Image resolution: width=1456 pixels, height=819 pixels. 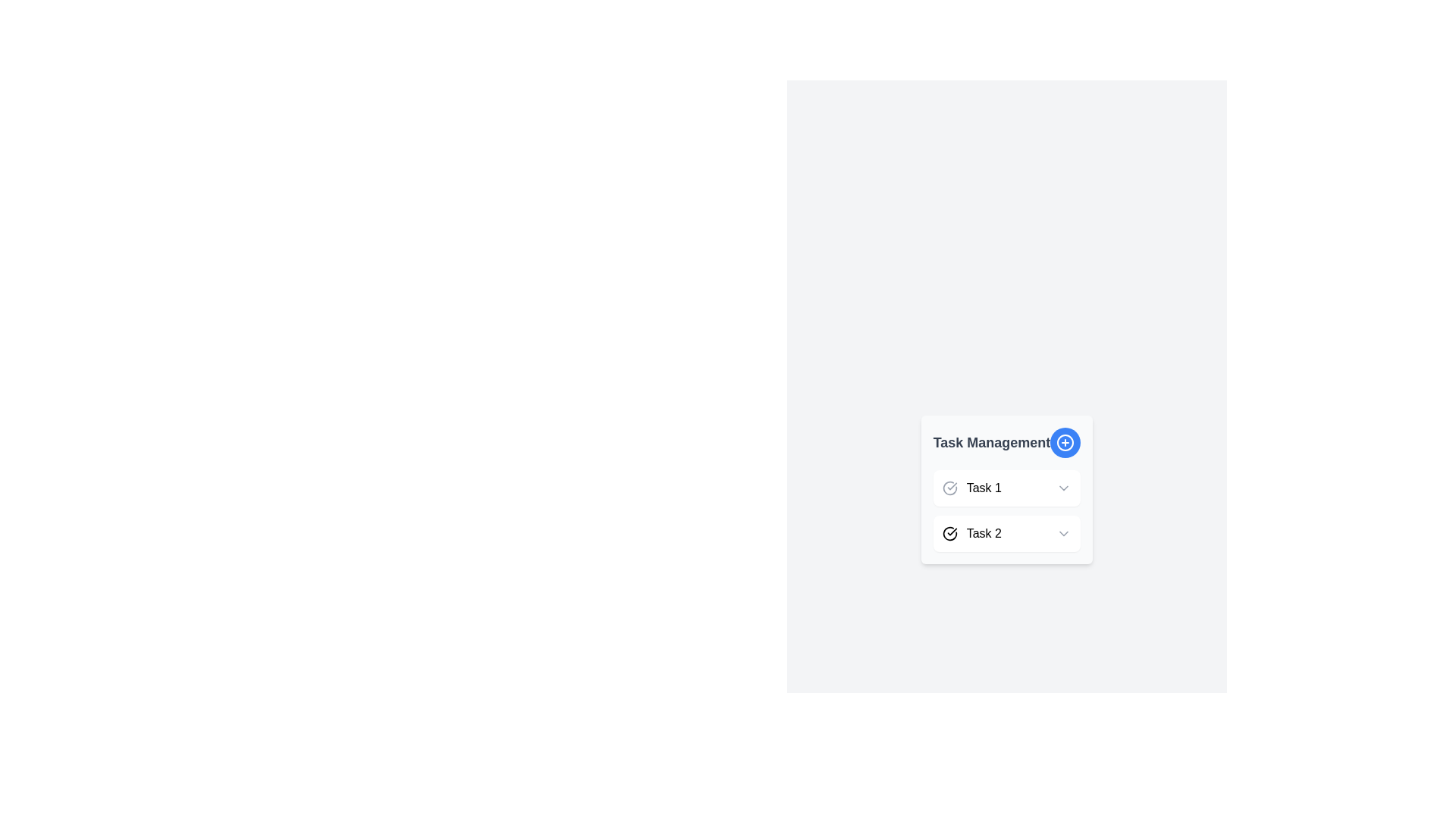 What do you see at coordinates (971, 533) in the screenshot?
I see `the label displaying the name and completion status of the task located in the second row of the 'Task Management' card` at bounding box center [971, 533].